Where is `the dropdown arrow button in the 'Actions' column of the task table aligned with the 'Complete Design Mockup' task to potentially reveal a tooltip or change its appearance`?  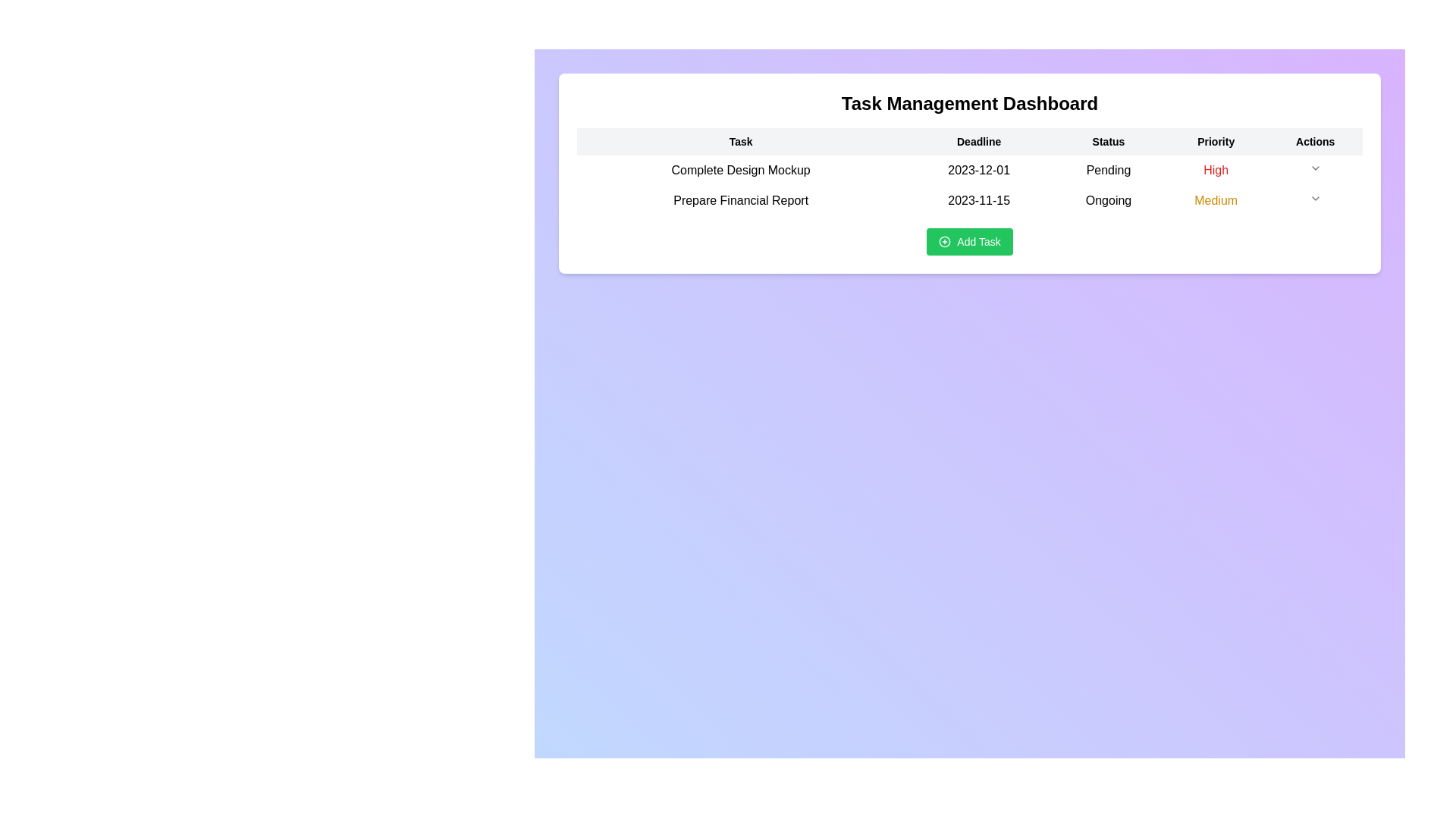
the dropdown arrow button in the 'Actions' column of the task table aligned with the 'Complete Design Mockup' task to potentially reveal a tooltip or change its appearance is located at coordinates (1314, 170).